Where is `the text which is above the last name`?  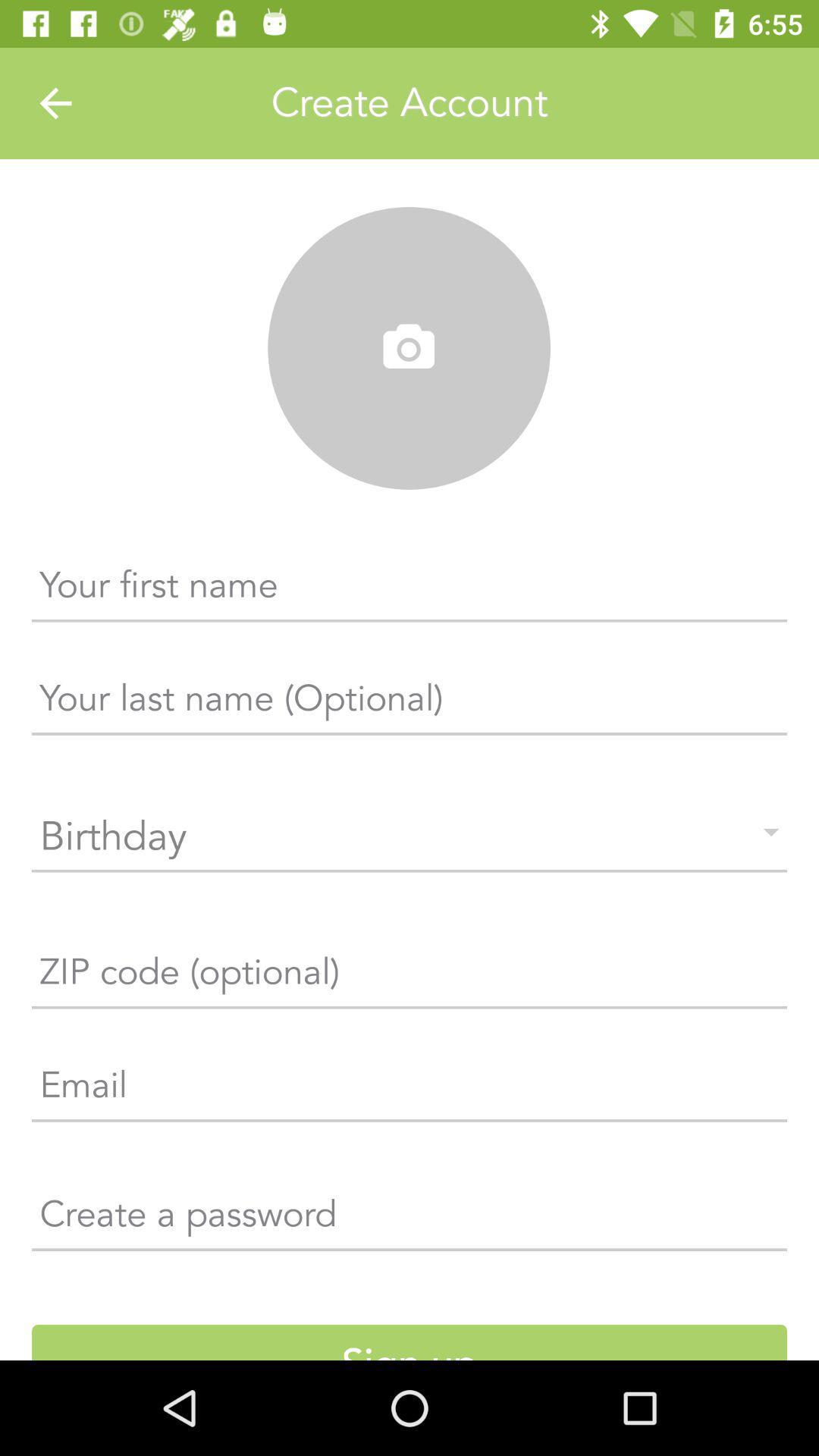
the text which is above the last name is located at coordinates (409, 590).